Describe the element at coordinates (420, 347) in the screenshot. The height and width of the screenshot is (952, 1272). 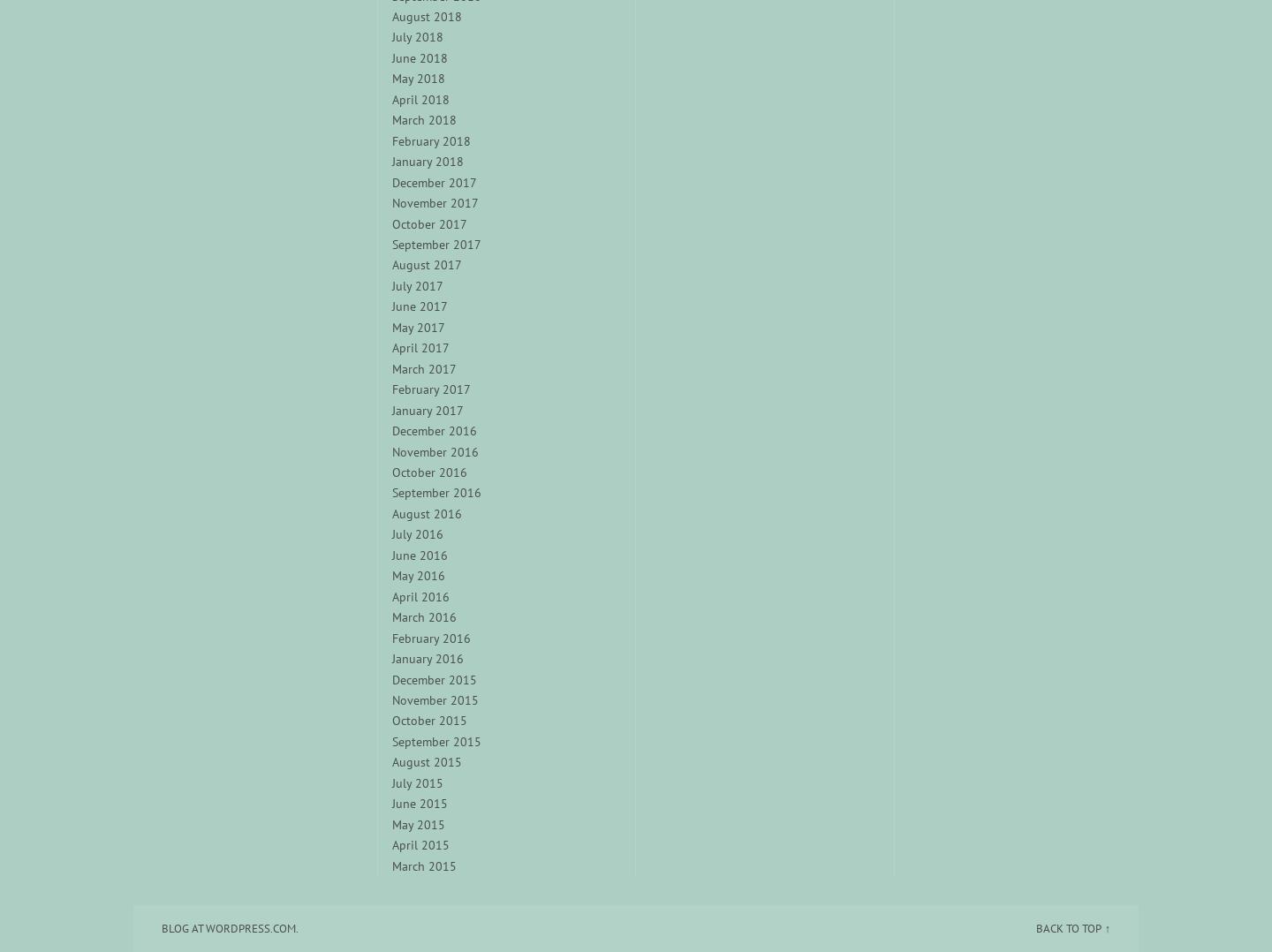
I see `'April 2017'` at that location.